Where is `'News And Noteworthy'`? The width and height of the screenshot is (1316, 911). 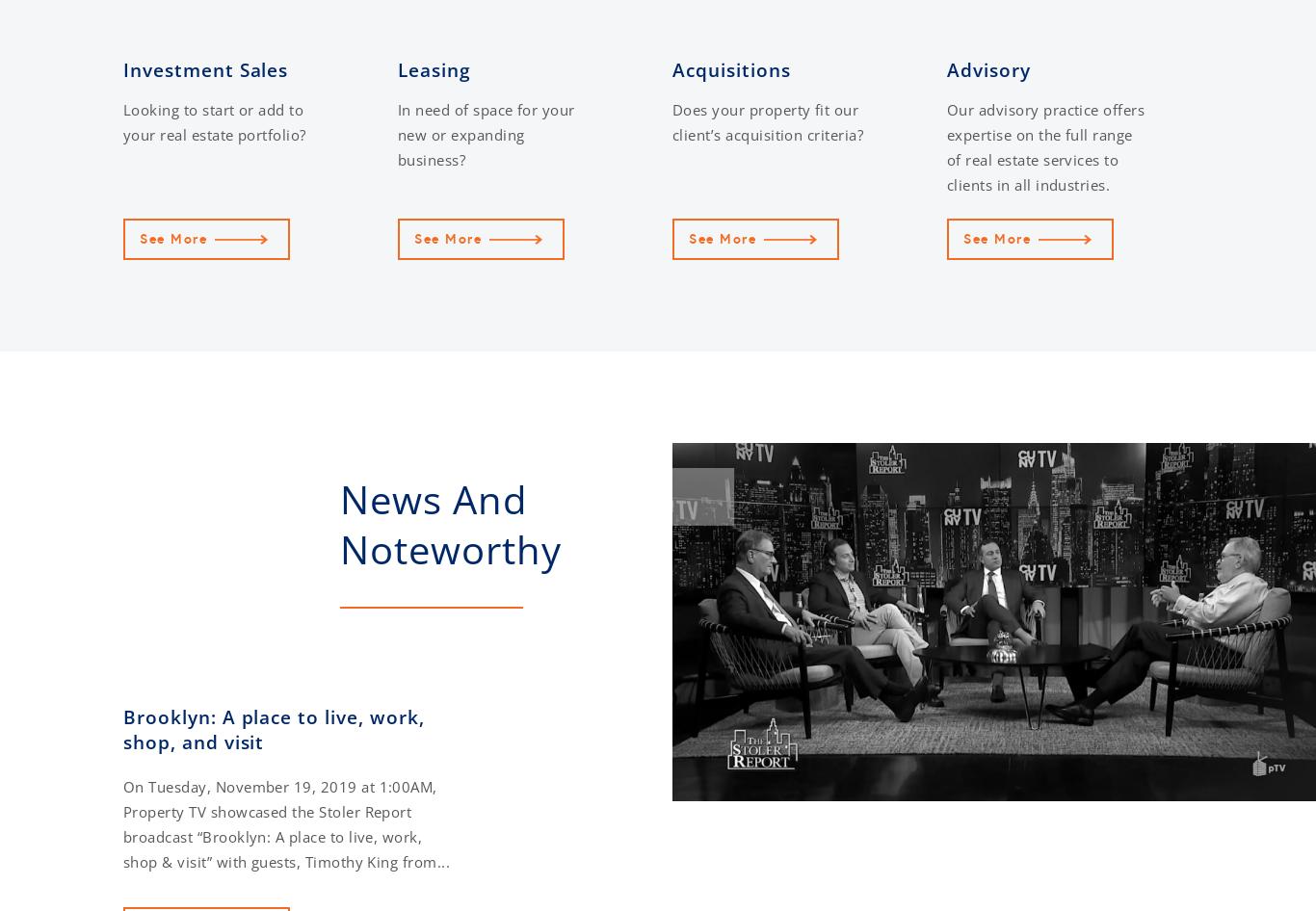
'News And Noteworthy' is located at coordinates (450, 524).